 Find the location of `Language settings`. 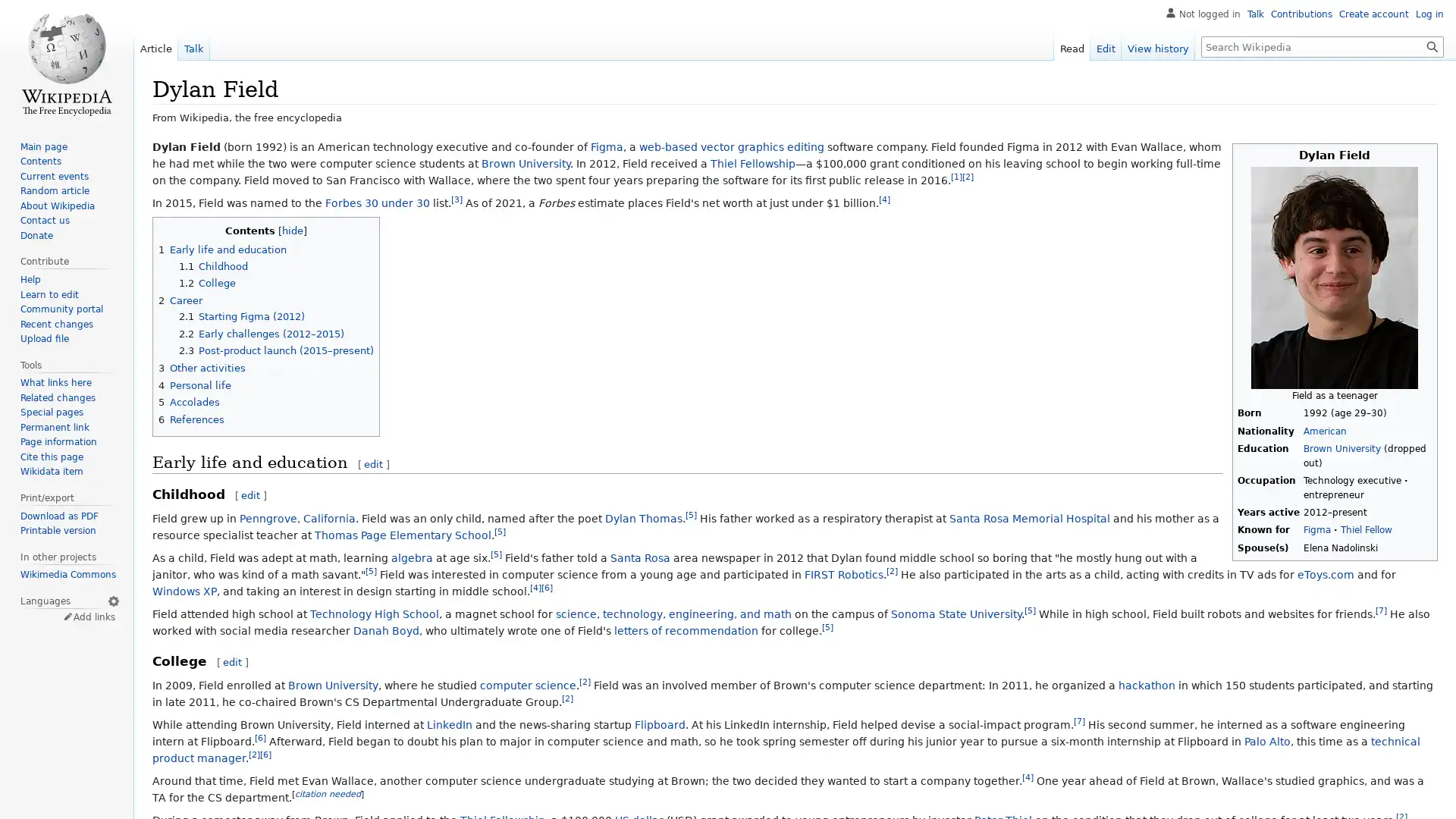

Language settings is located at coordinates (112, 599).